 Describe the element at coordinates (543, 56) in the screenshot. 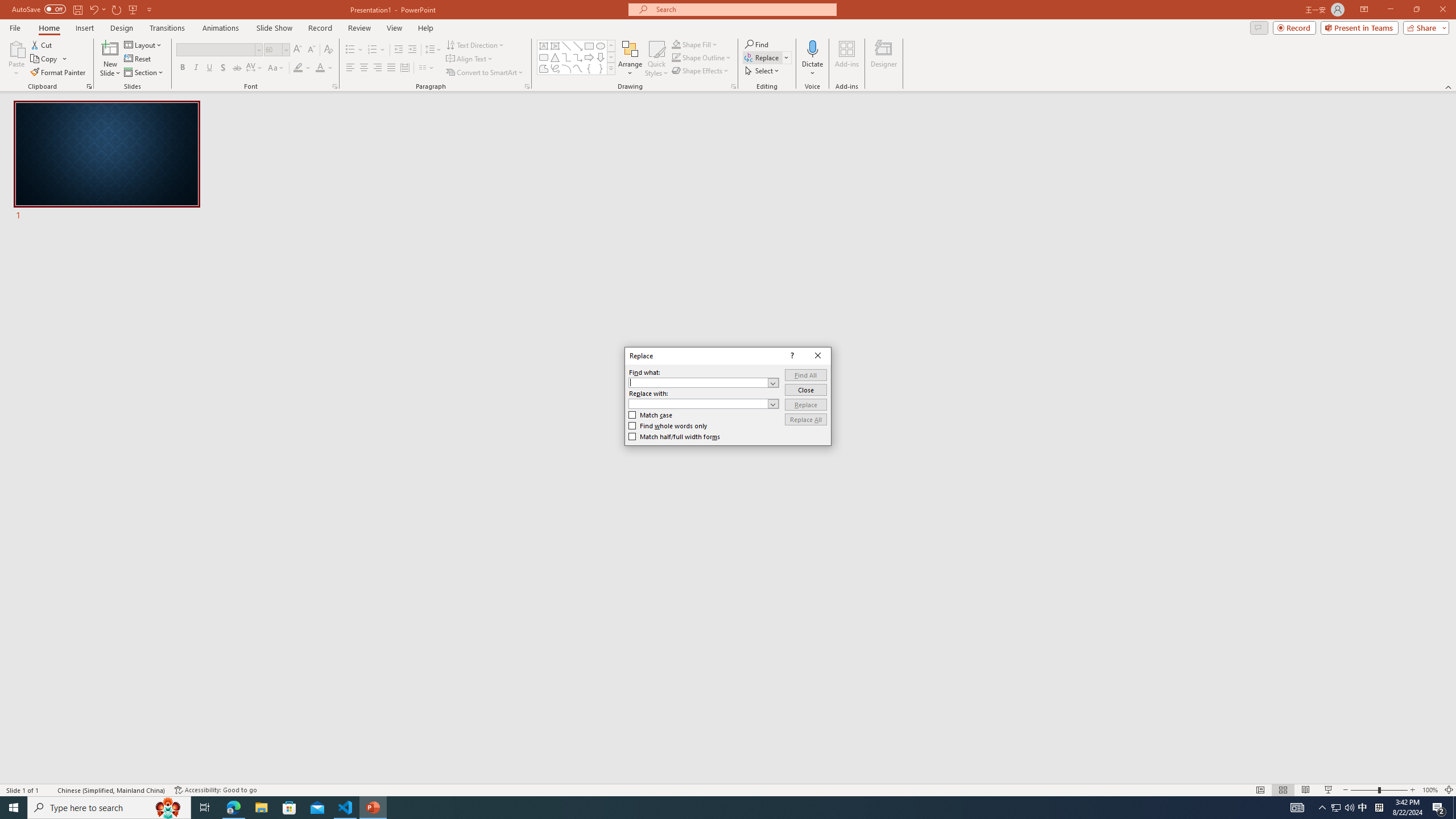

I see `'Rectangle: Rounded Corners'` at that location.